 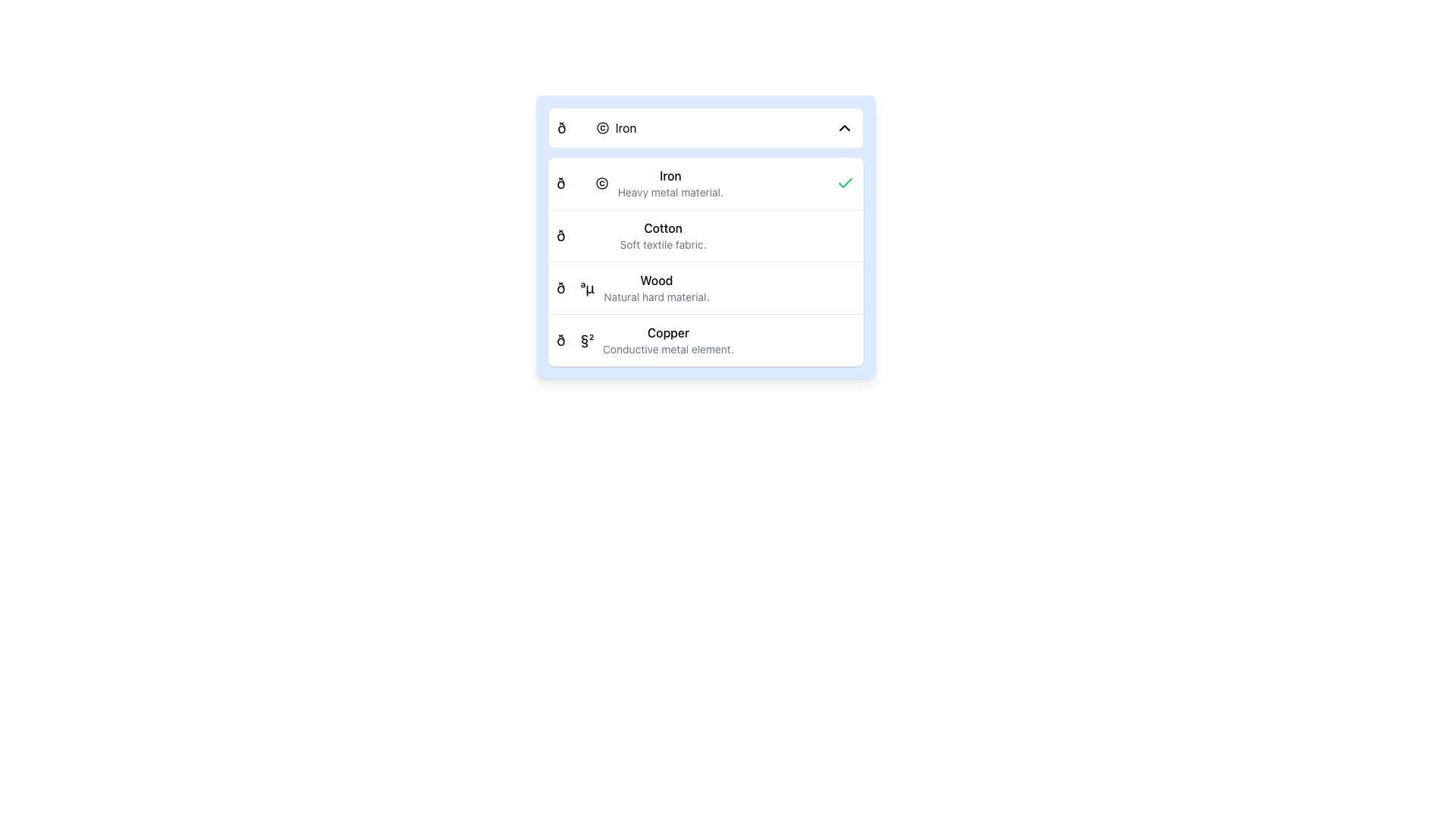 What do you see at coordinates (574, 339) in the screenshot?
I see `the decorative icon representing the 'Copper' item, located to the left of the text 'CopperConductive metal element.'` at bounding box center [574, 339].